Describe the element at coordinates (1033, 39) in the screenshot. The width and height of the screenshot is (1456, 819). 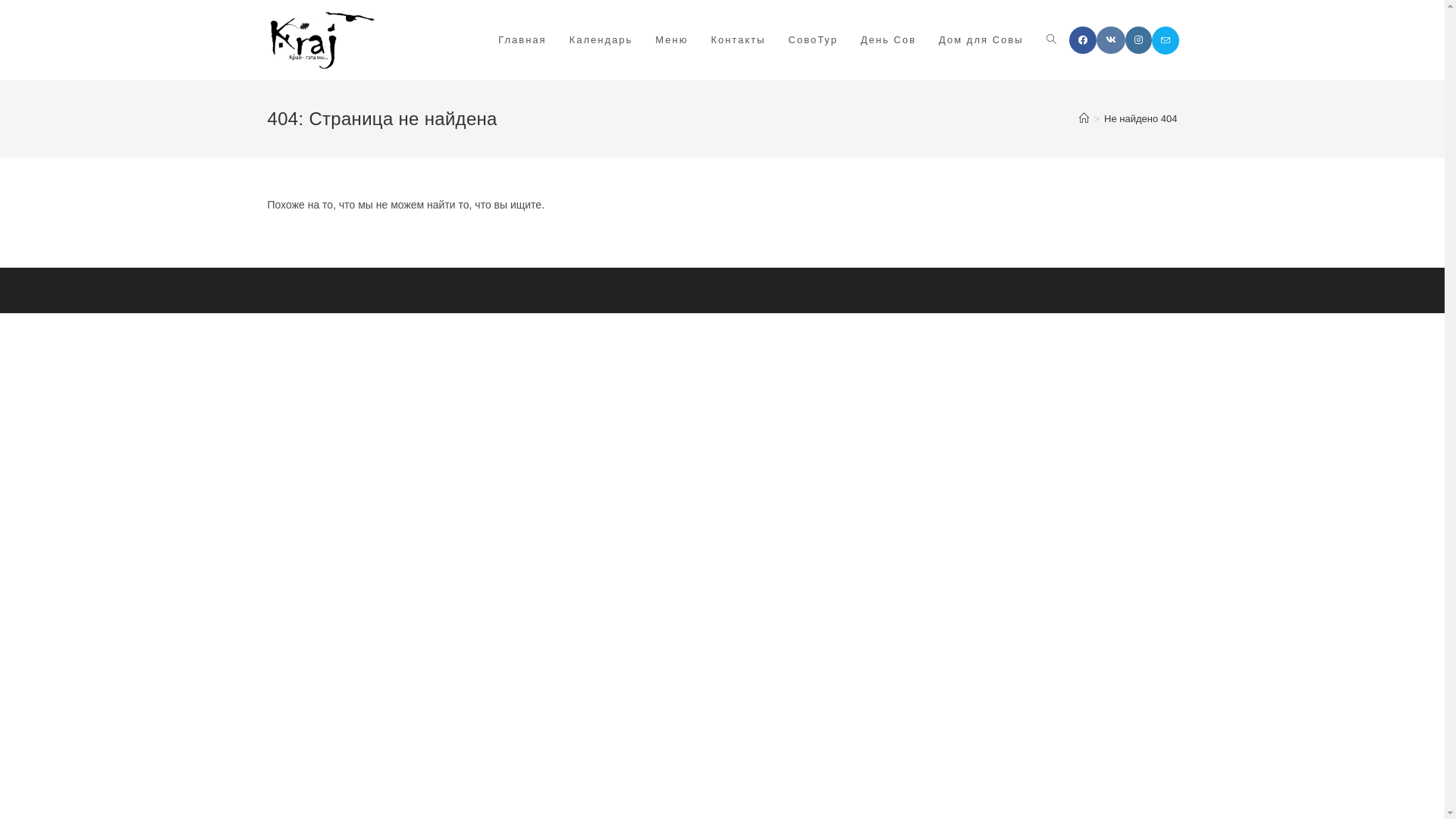
I see `'Toggle website search'` at that location.